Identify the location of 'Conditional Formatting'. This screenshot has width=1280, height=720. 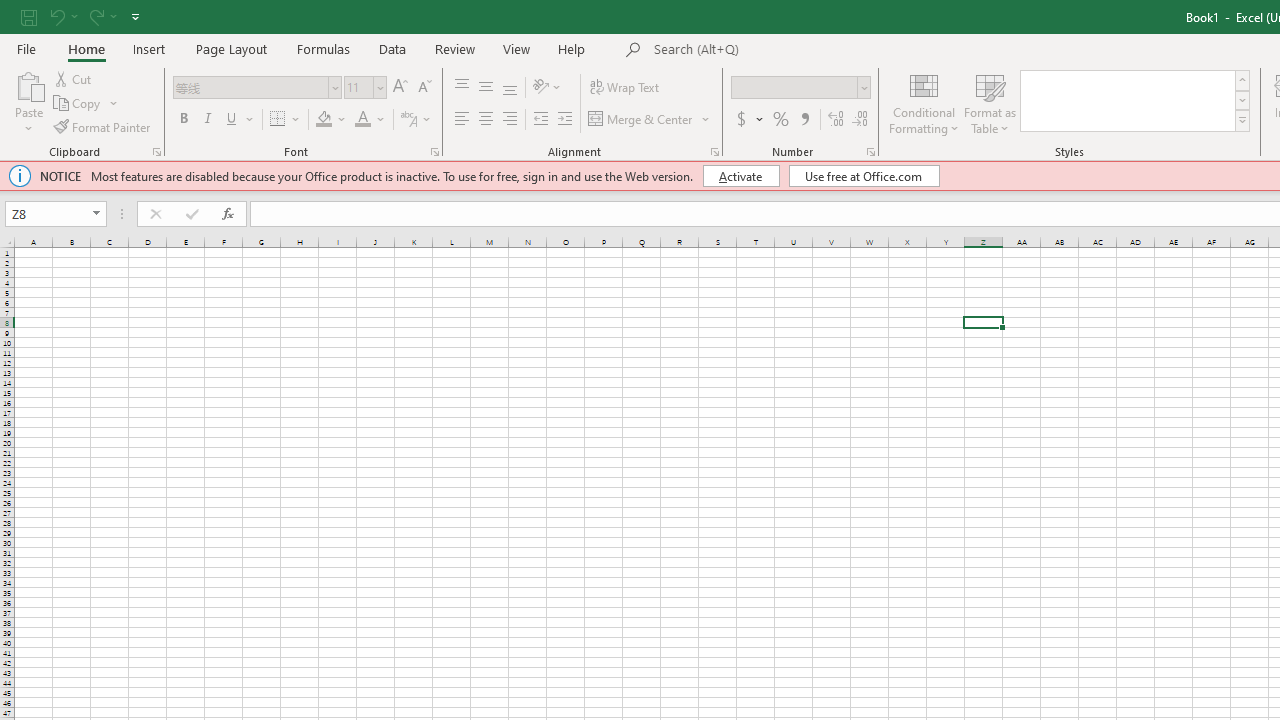
(923, 103).